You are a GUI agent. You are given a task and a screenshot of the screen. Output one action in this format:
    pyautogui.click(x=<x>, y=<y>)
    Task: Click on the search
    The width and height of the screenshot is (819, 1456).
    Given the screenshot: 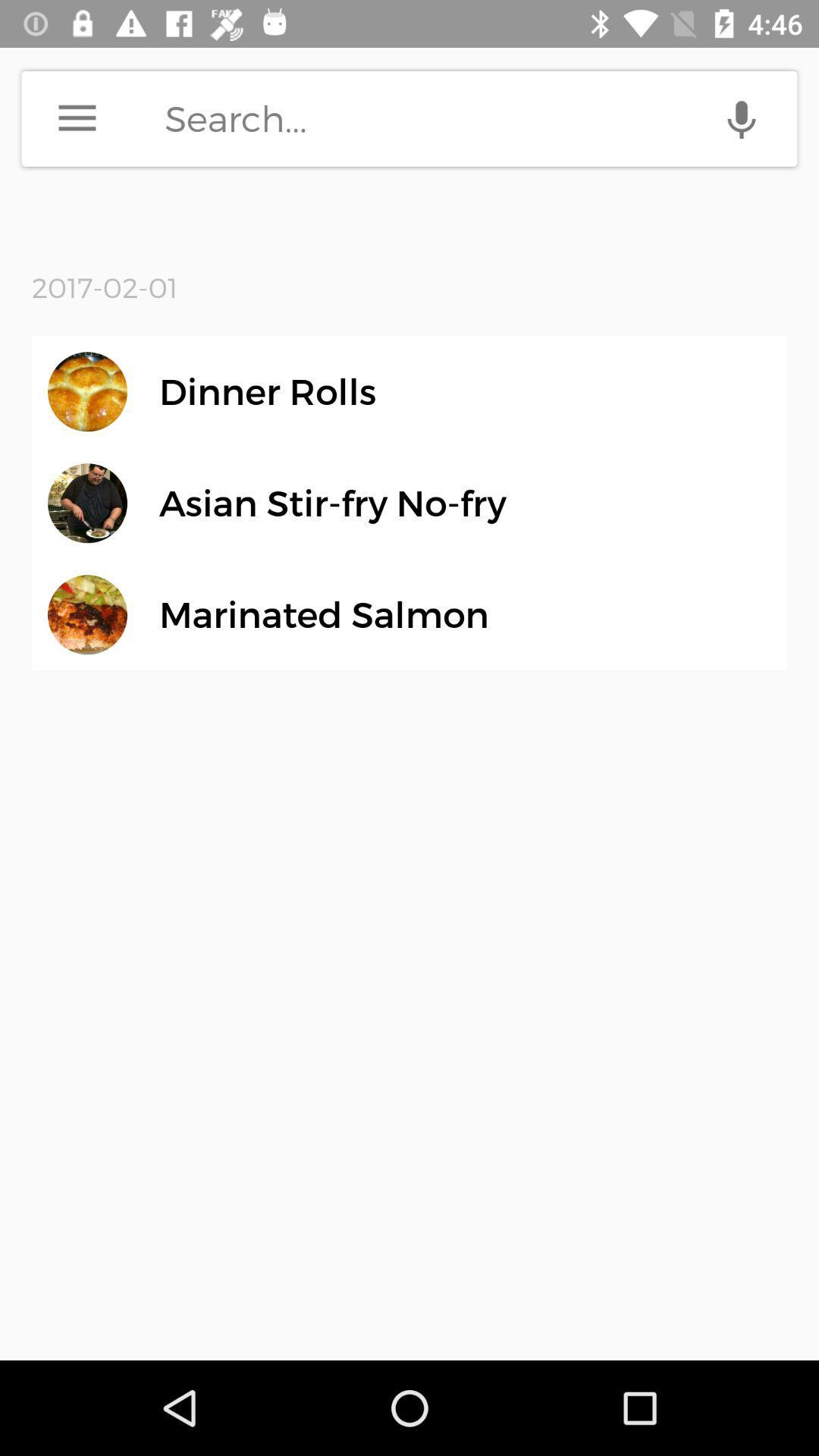 What is the action you would take?
    pyautogui.click(x=481, y=118)
    